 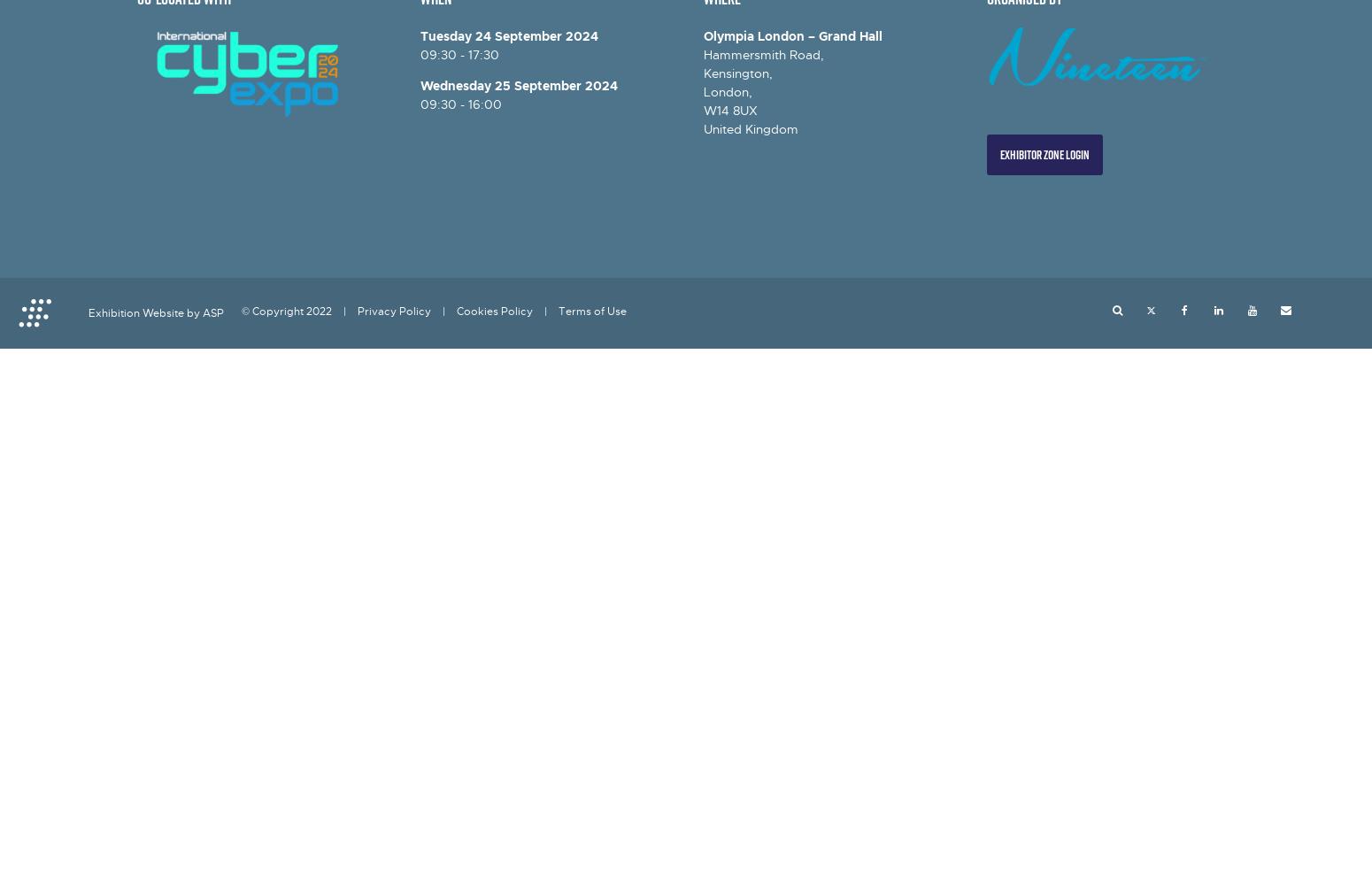 What do you see at coordinates (750, 129) in the screenshot?
I see `'United Kingdom'` at bounding box center [750, 129].